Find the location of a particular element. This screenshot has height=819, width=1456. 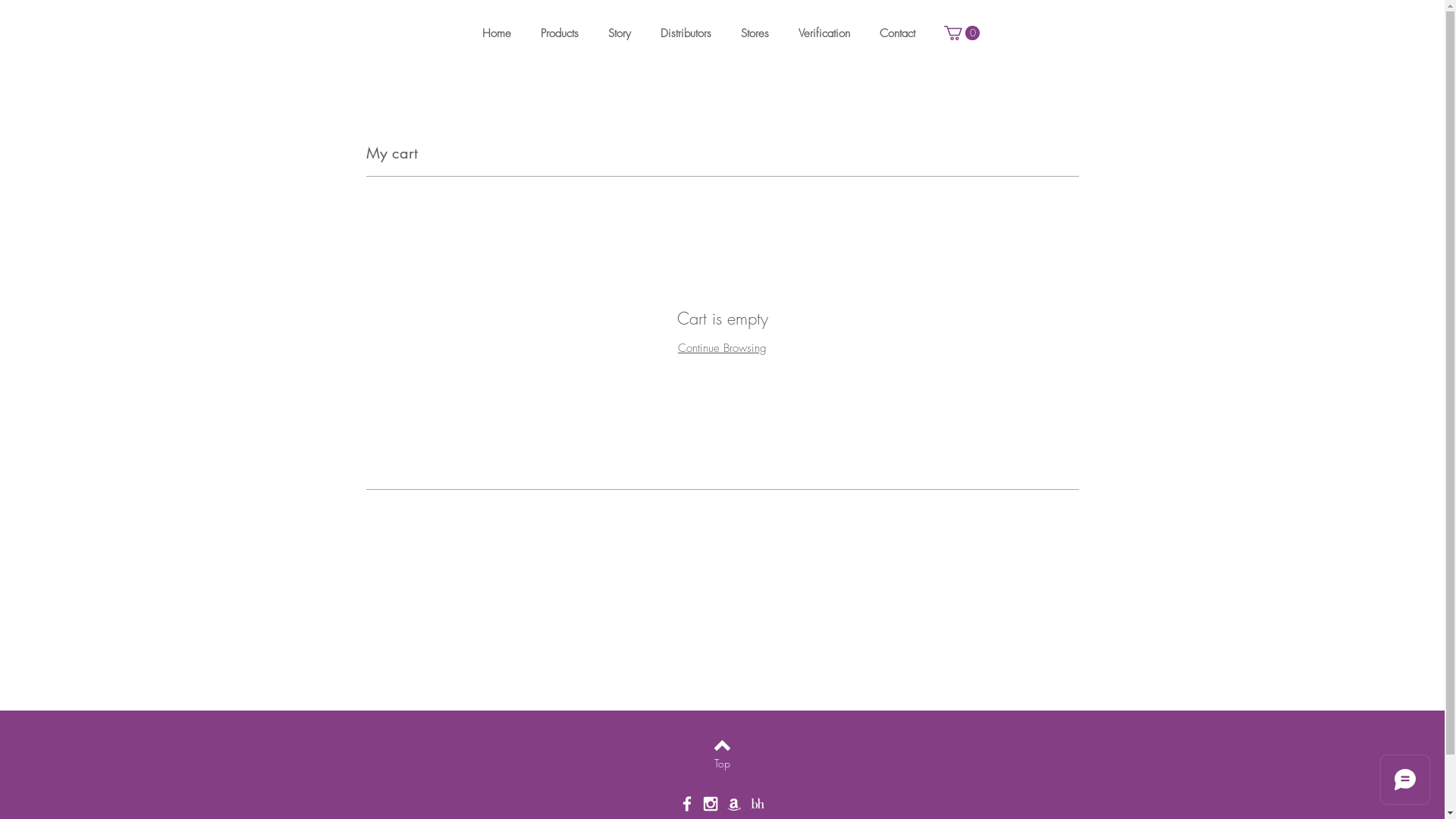

'Story' is located at coordinates (623, 33).